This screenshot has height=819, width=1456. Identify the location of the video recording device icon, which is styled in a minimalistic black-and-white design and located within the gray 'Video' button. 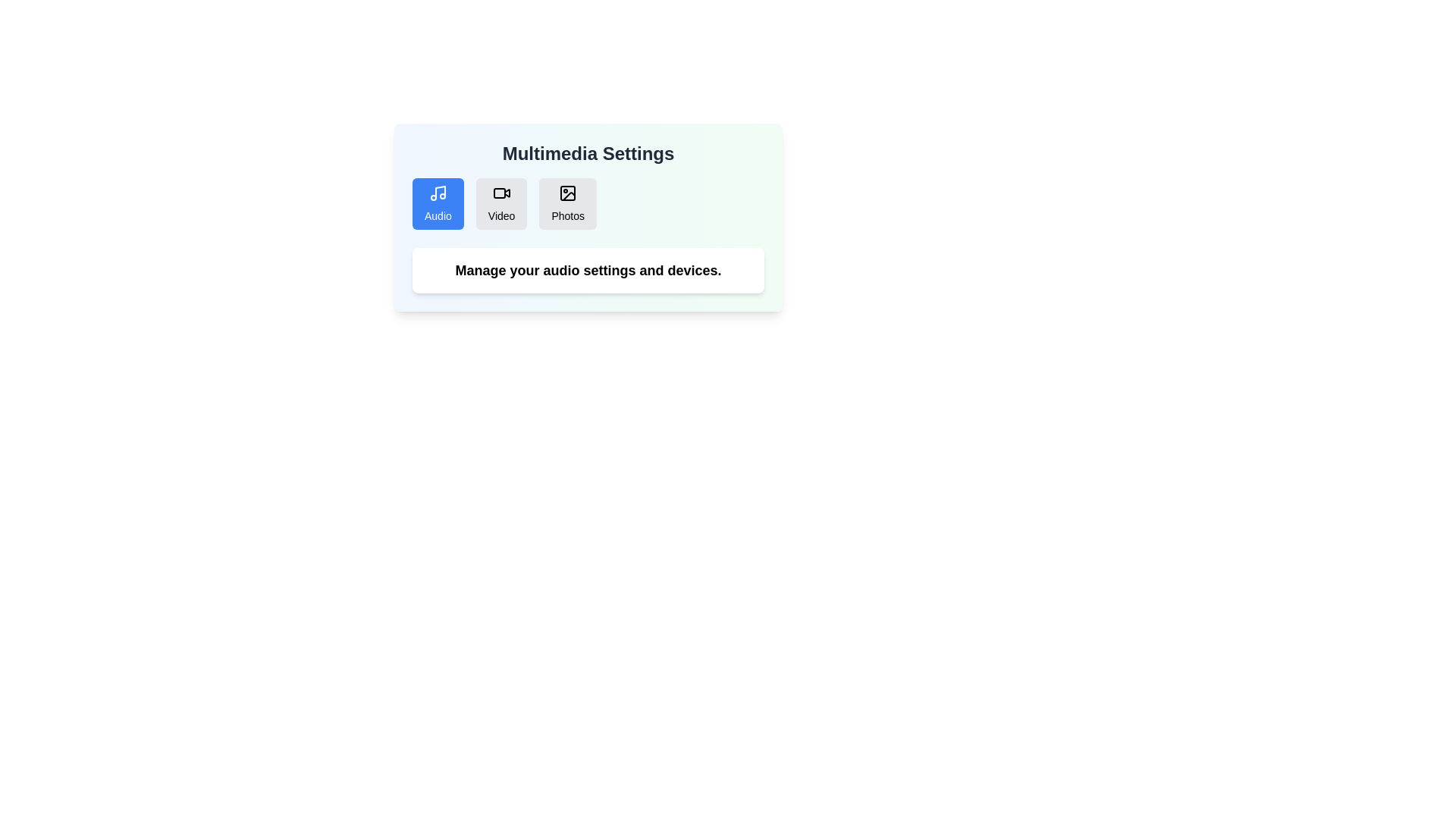
(501, 192).